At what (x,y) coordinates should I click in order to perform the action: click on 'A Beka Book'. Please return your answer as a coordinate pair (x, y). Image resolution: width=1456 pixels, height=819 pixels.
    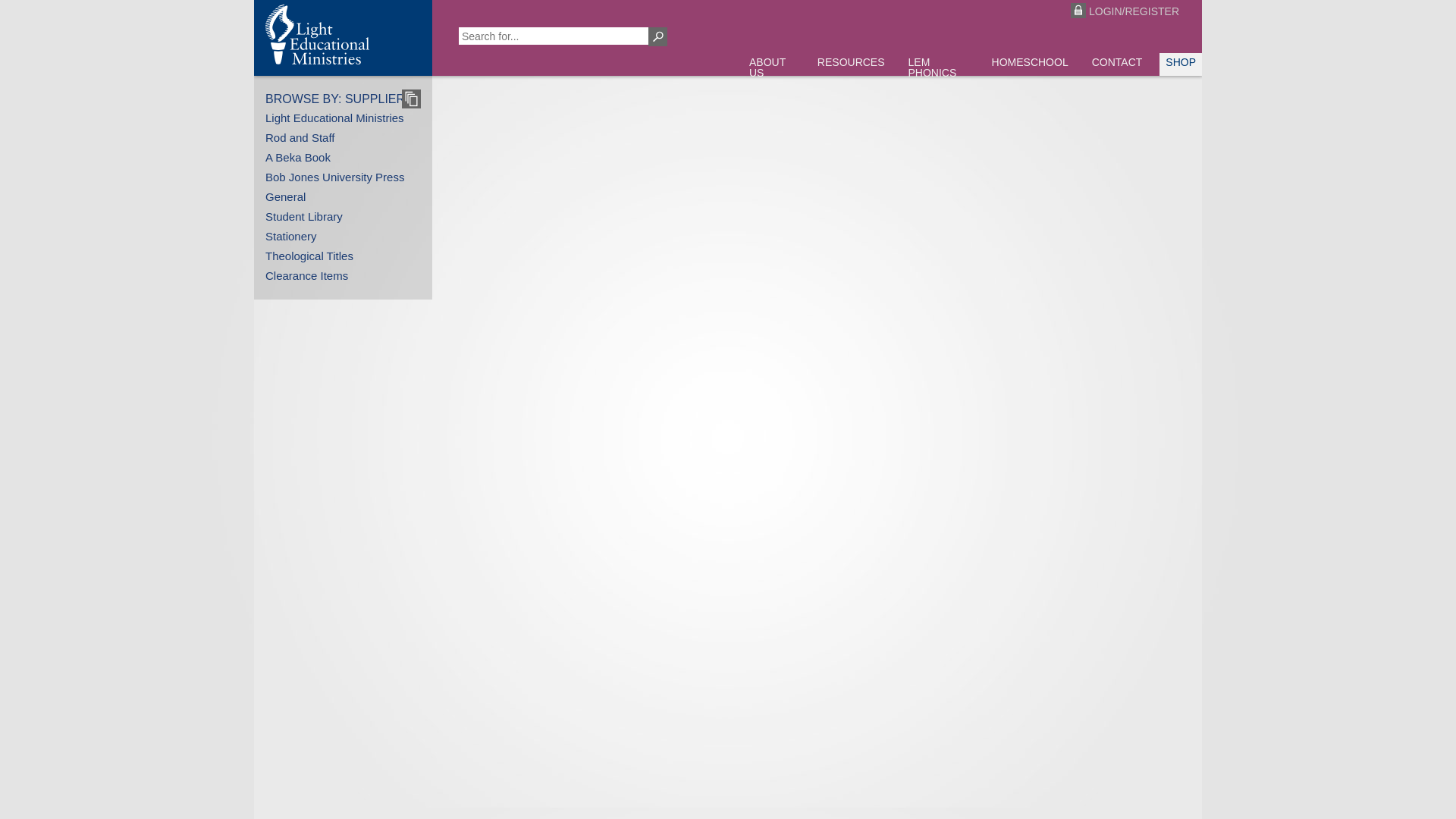
    Looking at the image, I should click on (298, 157).